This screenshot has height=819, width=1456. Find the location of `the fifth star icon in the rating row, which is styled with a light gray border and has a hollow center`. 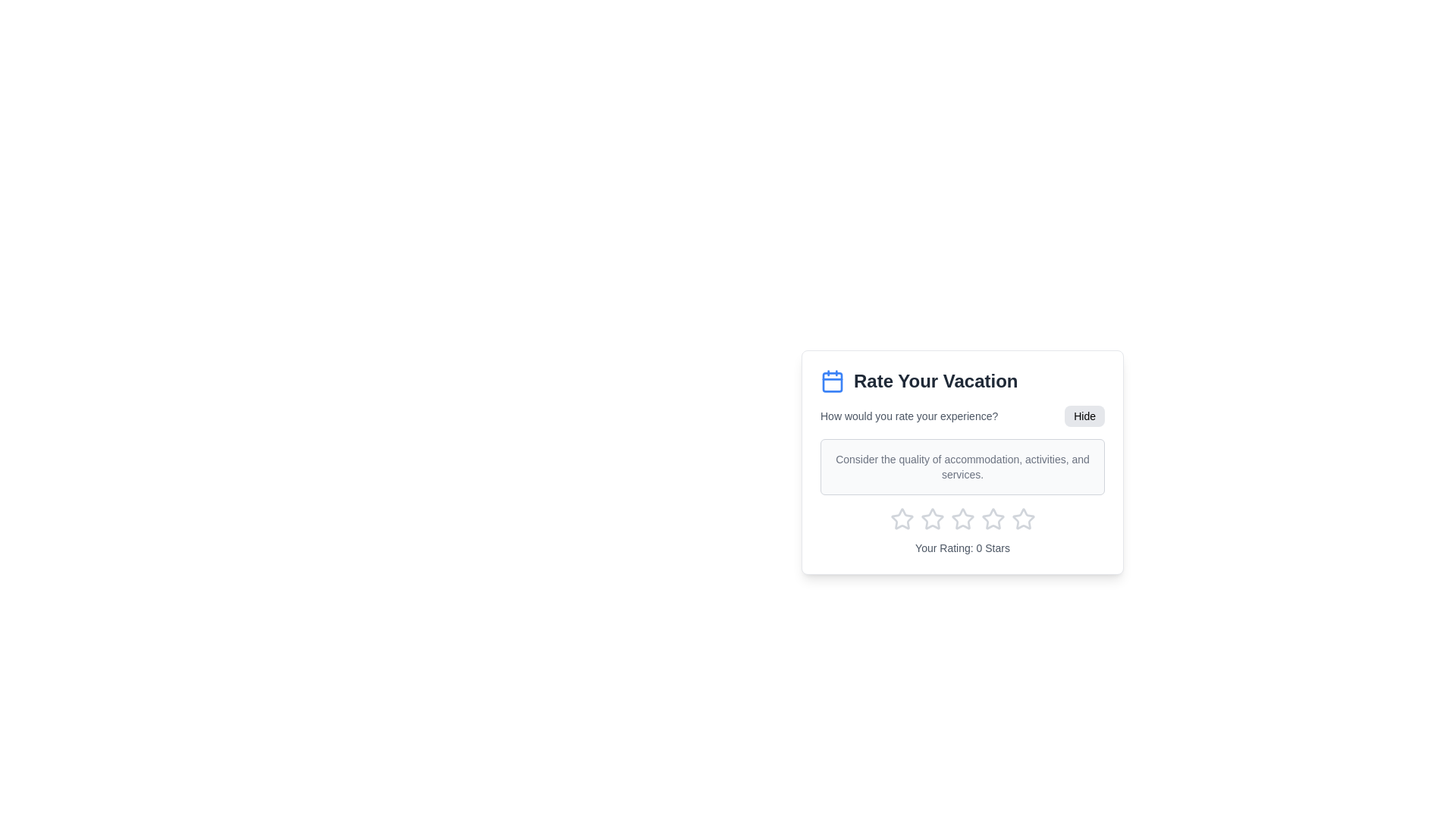

the fifth star icon in the rating row, which is styled with a light gray border and has a hollow center is located at coordinates (1023, 518).